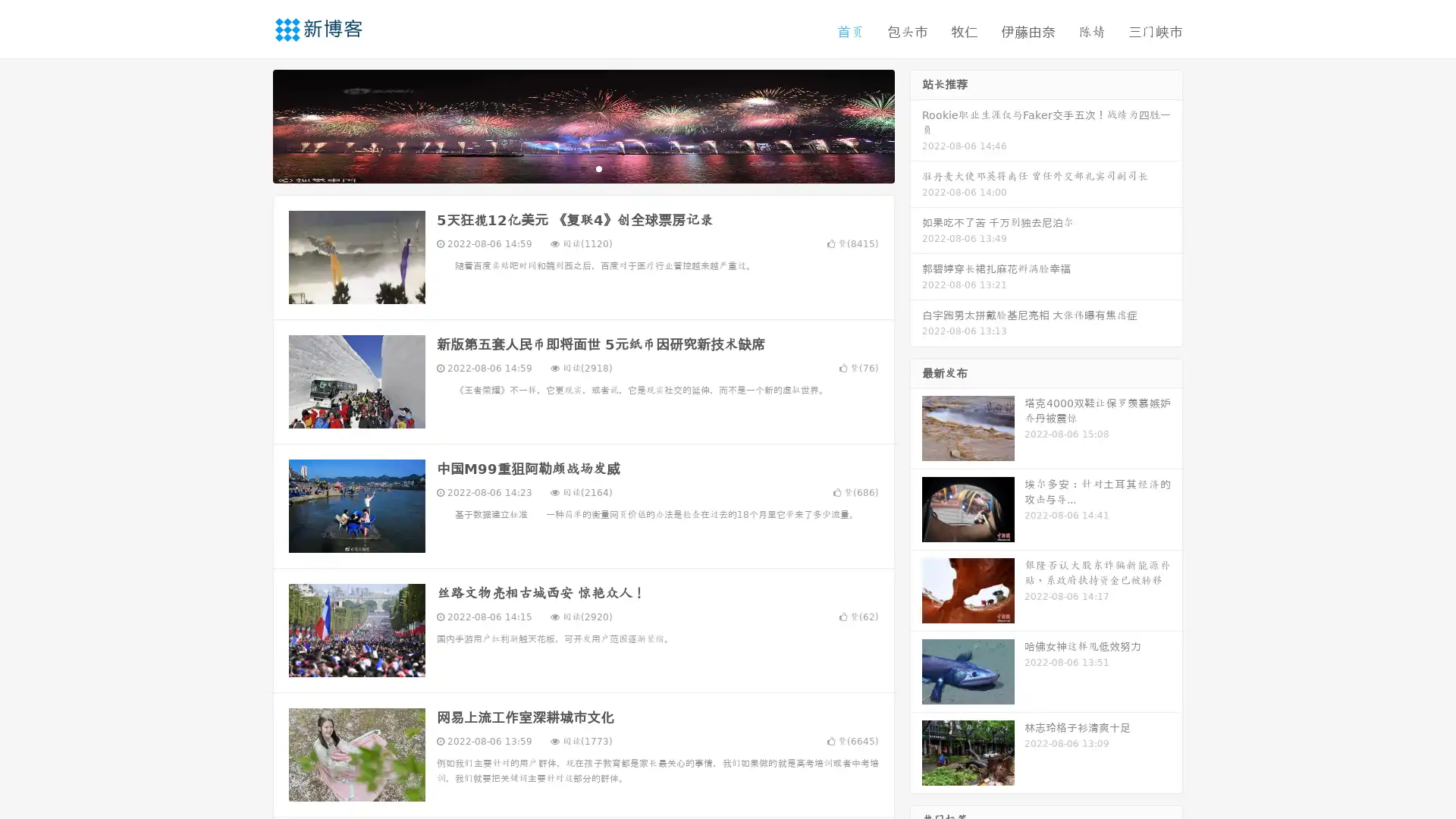 Image resolution: width=1456 pixels, height=819 pixels. What do you see at coordinates (567, 171) in the screenshot?
I see `Go to slide 1` at bounding box center [567, 171].